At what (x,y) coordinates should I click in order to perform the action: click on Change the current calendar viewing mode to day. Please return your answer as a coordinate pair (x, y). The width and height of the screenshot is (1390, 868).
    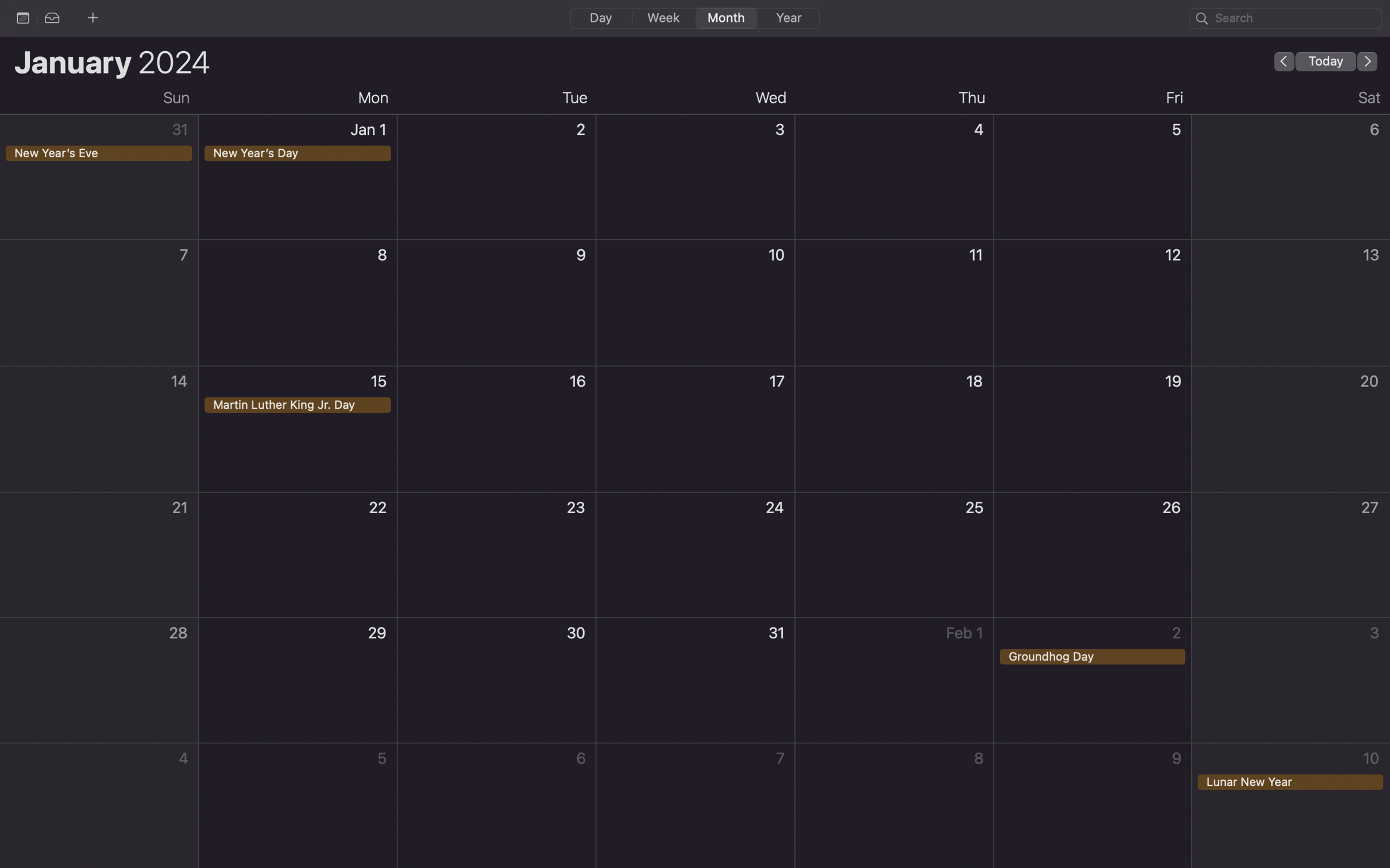
    Looking at the image, I should click on (600, 17).